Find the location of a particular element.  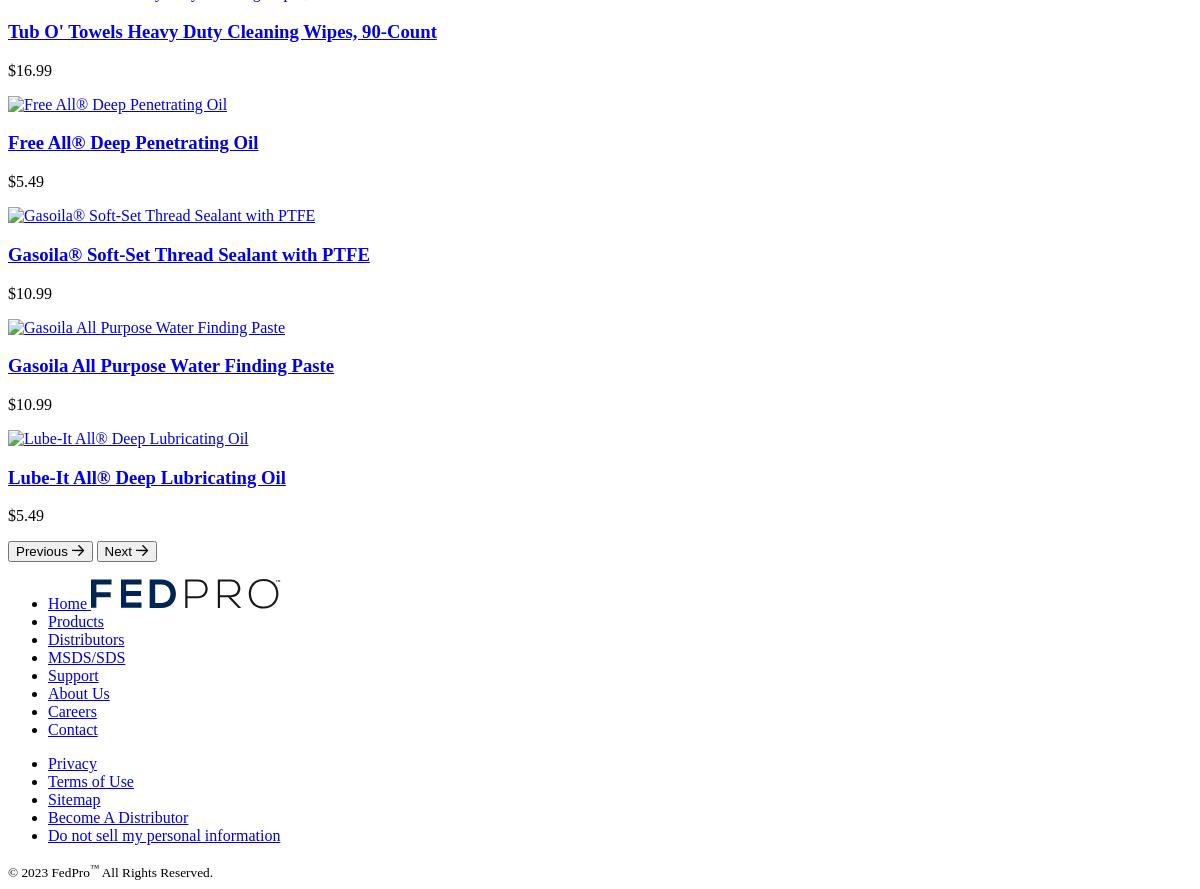

'Next' is located at coordinates (117, 551).